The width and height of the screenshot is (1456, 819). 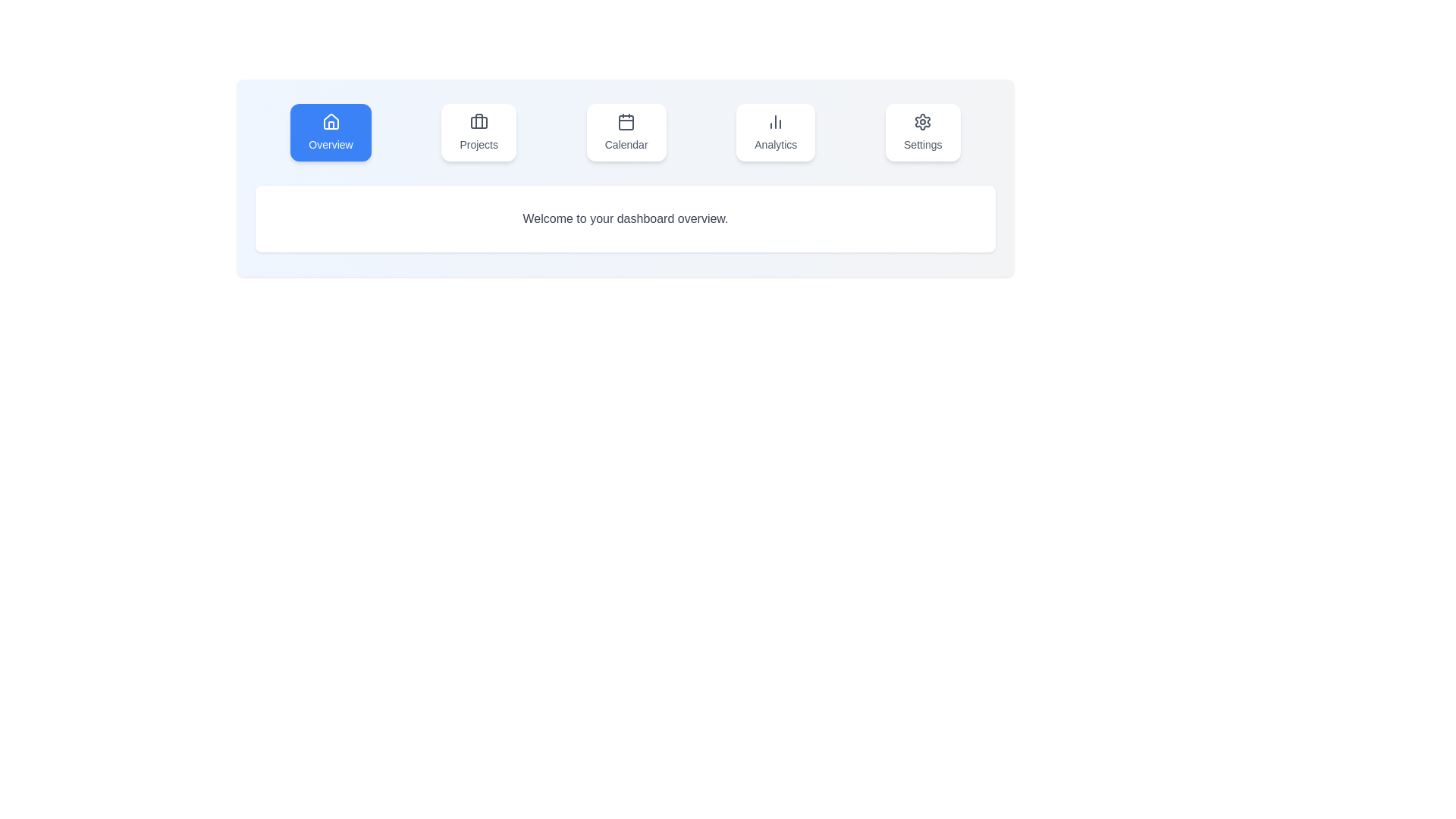 I want to click on the rectangular button labeled 'Projects' with a briefcase icon, so click(x=478, y=131).